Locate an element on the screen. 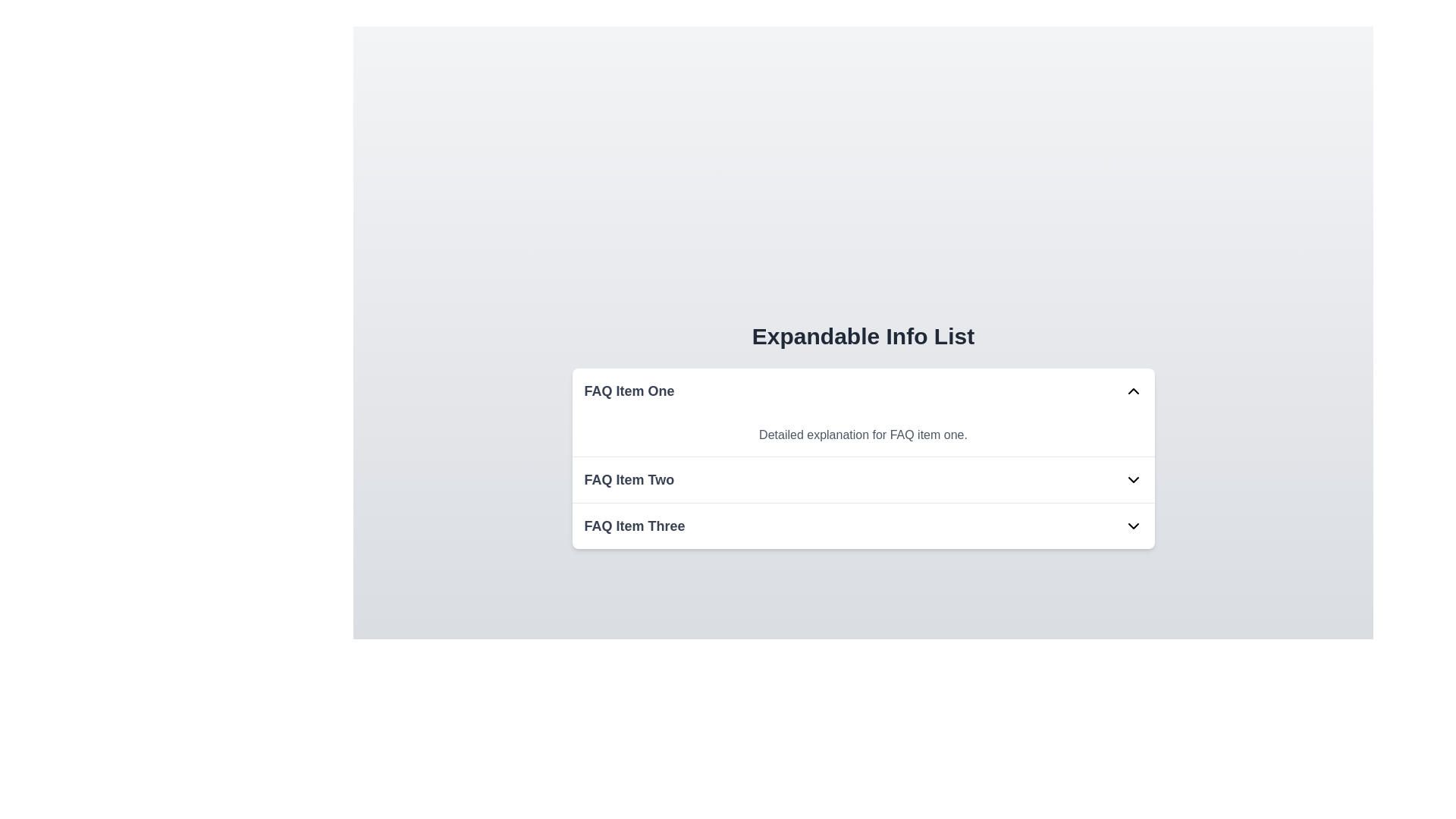 The height and width of the screenshot is (819, 1456). text content of the title label for the third item in the 'Expandable Info List', which is located to the left of an arrow icon is located at coordinates (634, 526).